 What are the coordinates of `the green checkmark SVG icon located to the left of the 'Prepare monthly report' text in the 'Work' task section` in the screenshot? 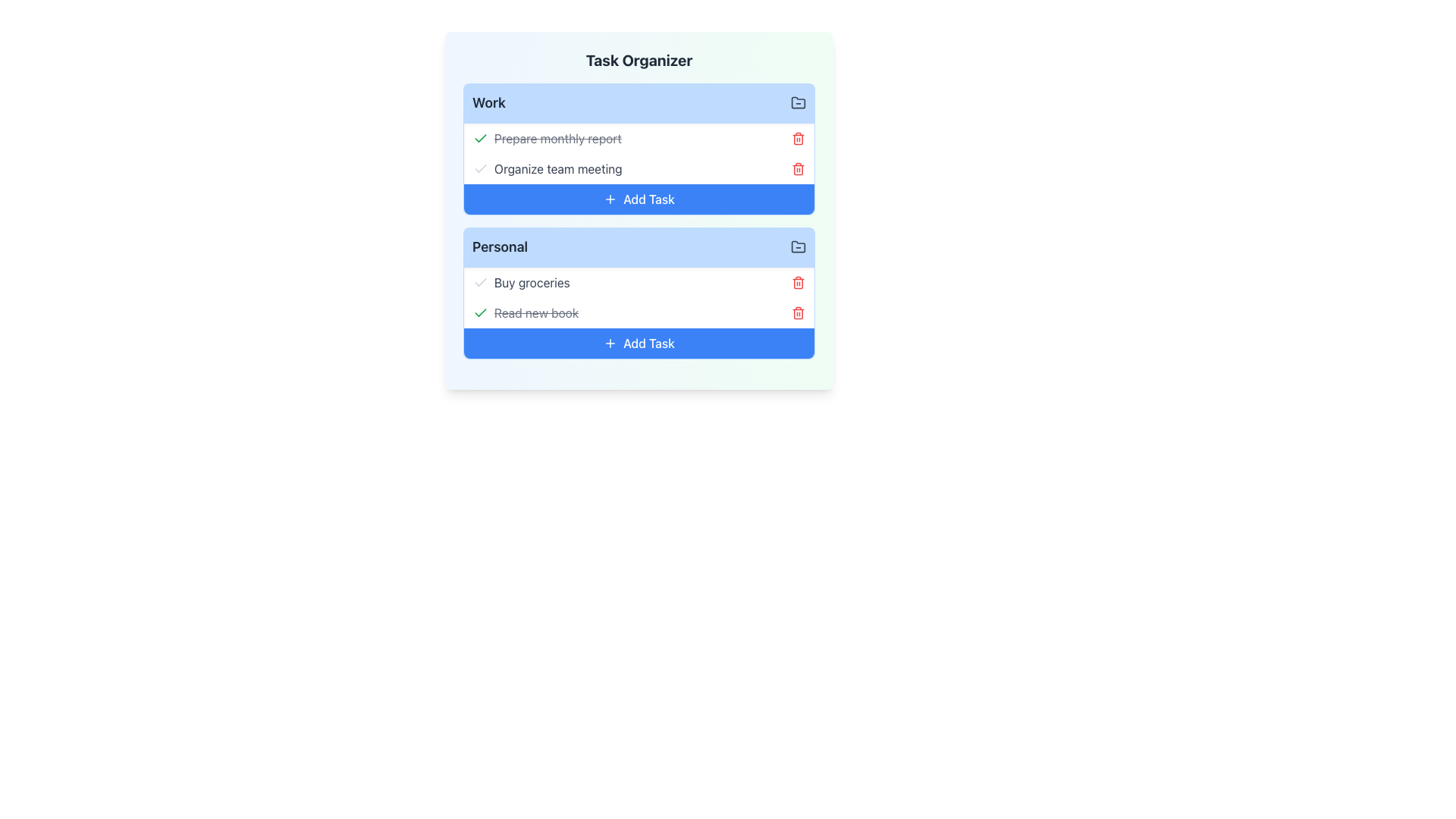 It's located at (479, 312).